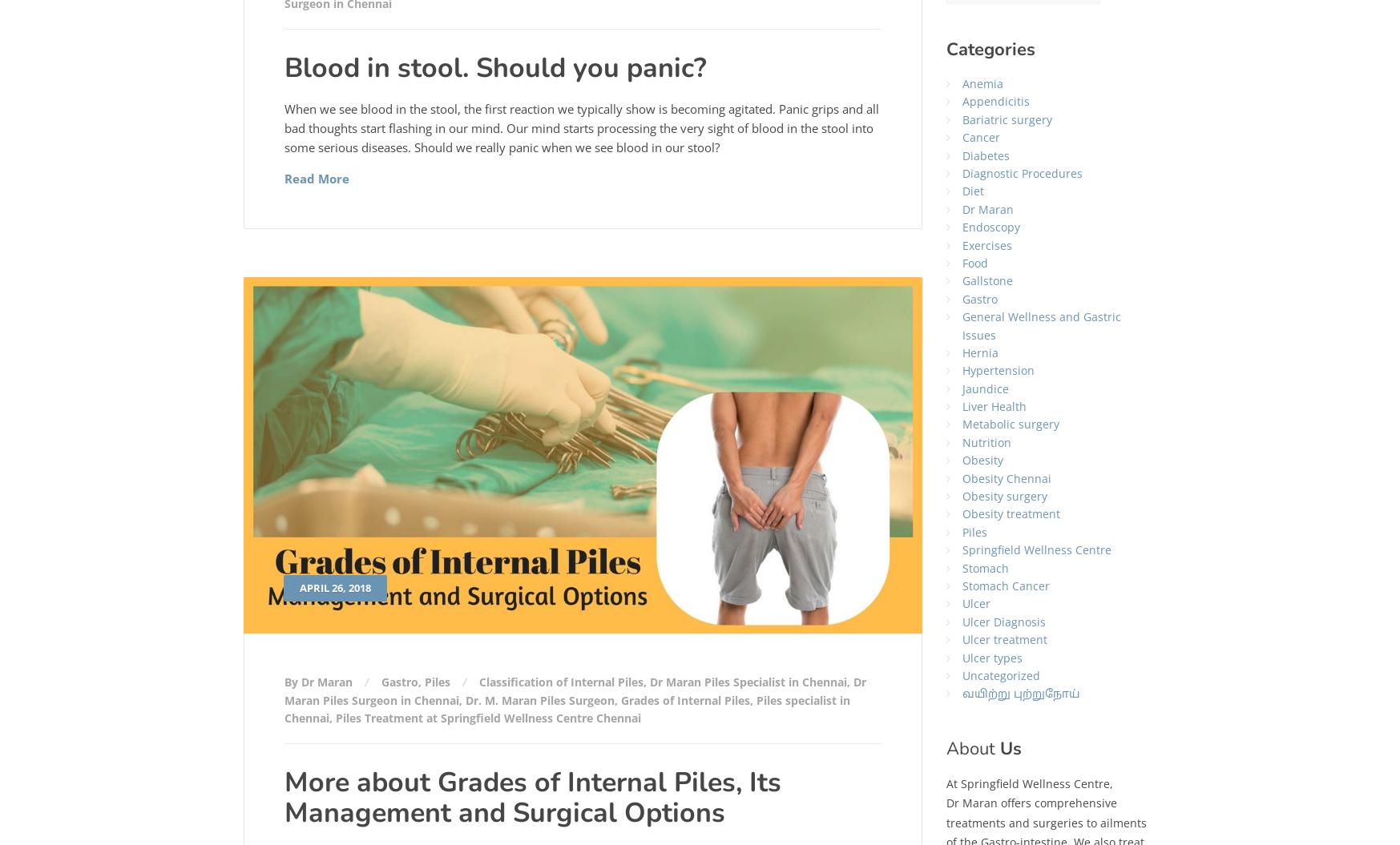 This screenshot has height=845, width=1400. I want to click on 'By  Dr Maran', so click(282, 682).